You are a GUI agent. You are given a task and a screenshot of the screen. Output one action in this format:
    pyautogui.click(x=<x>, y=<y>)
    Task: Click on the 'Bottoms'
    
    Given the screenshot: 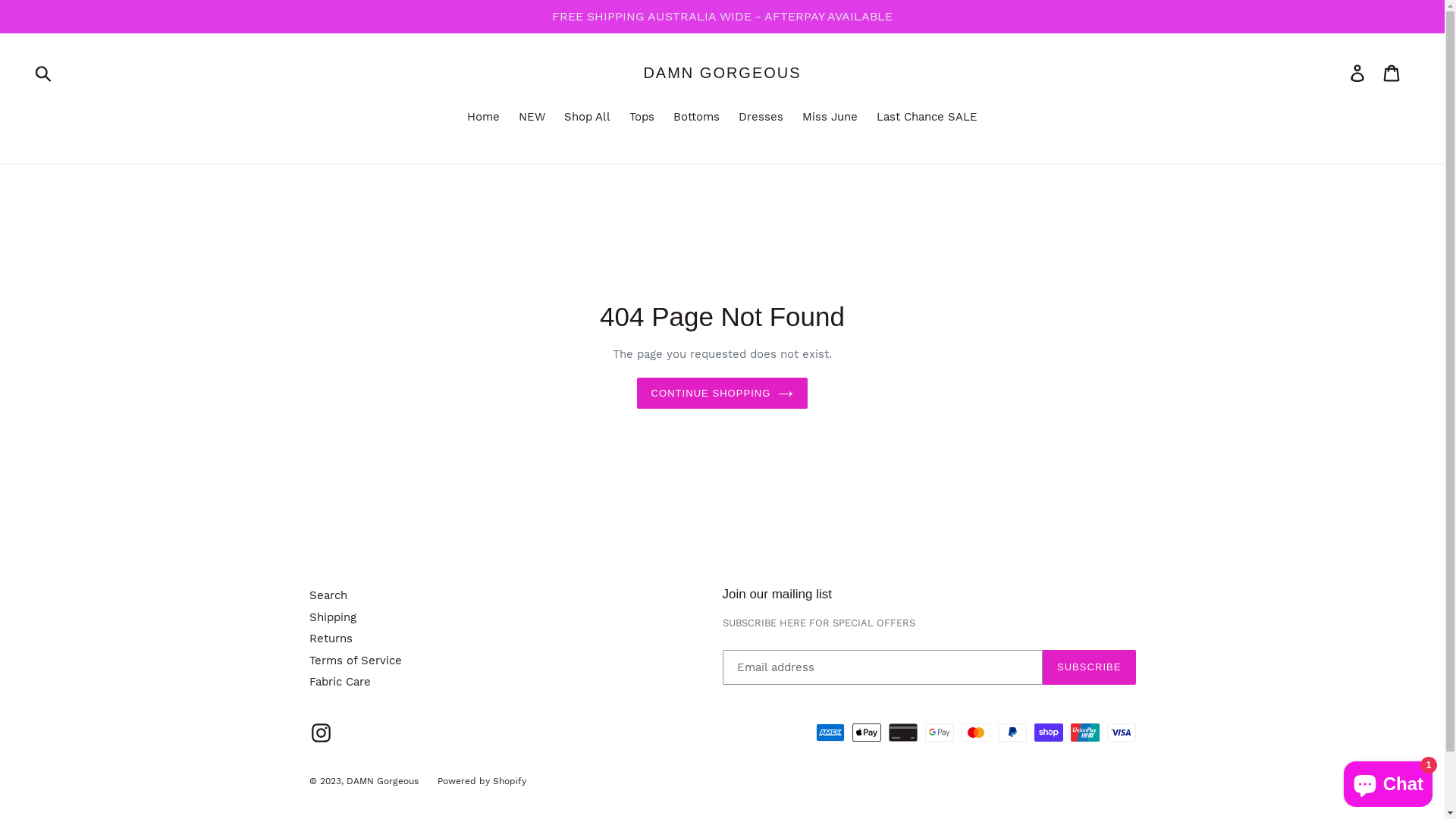 What is the action you would take?
    pyautogui.click(x=695, y=117)
    